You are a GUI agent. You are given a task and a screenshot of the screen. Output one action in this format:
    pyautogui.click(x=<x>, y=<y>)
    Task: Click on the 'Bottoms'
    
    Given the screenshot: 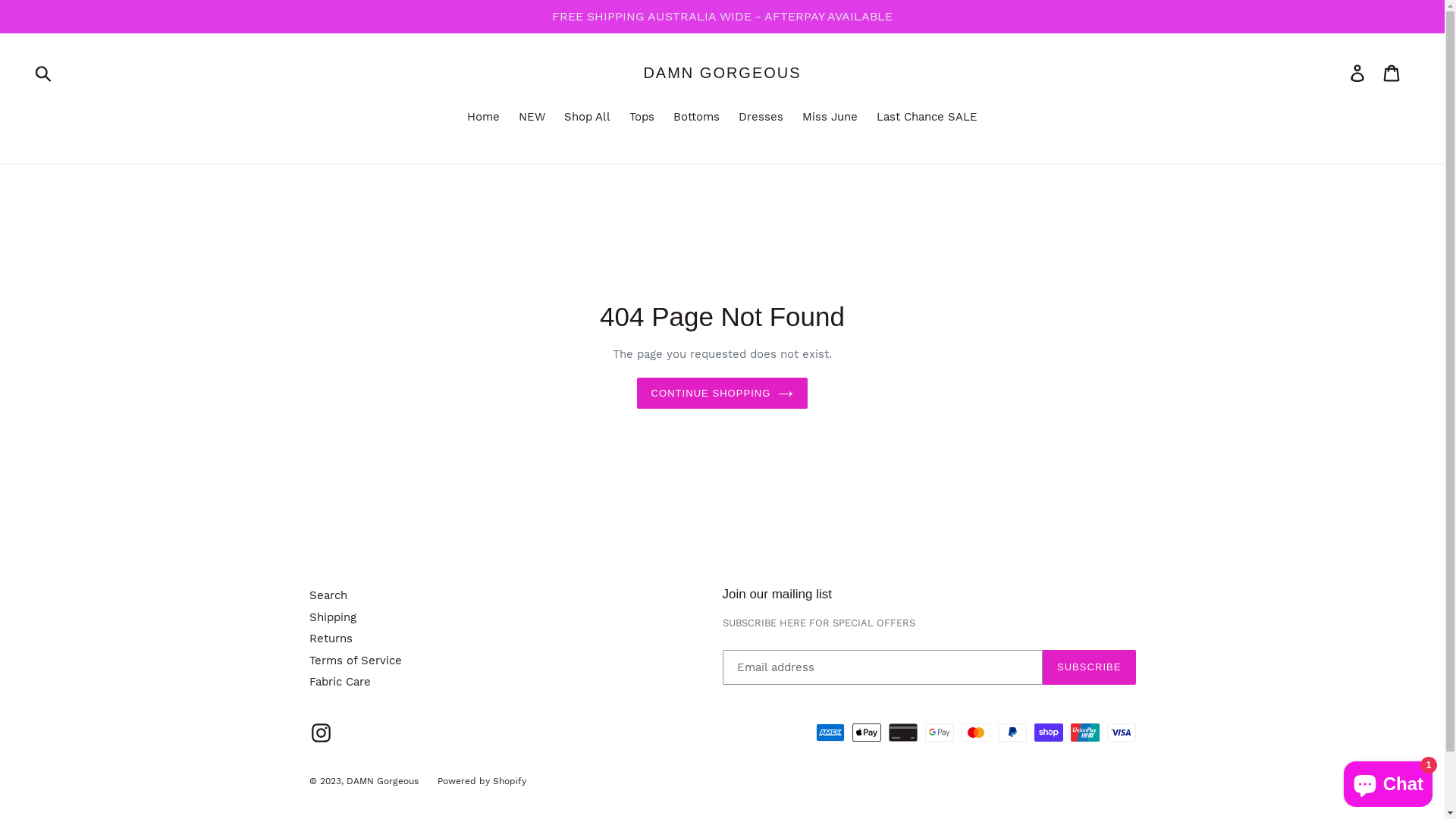 What is the action you would take?
    pyautogui.click(x=695, y=117)
    